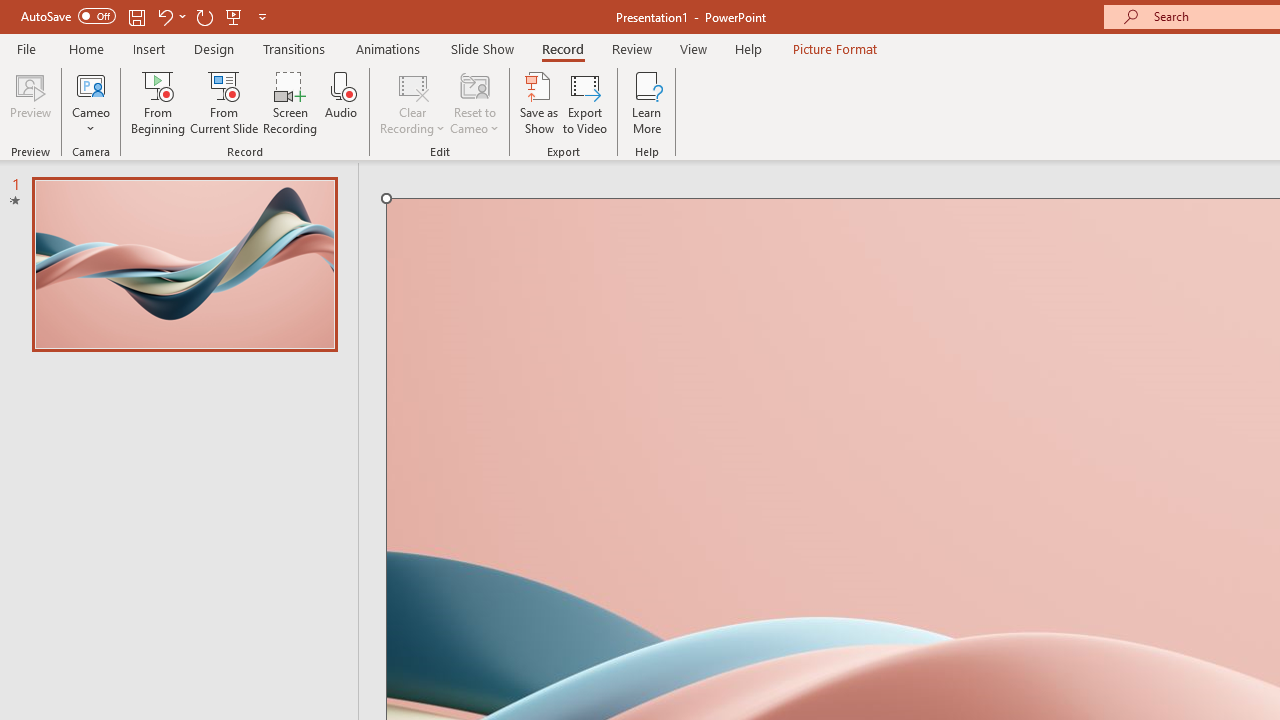 This screenshot has height=720, width=1280. Describe the element at coordinates (68, 16) in the screenshot. I see `'AutoSave'` at that location.